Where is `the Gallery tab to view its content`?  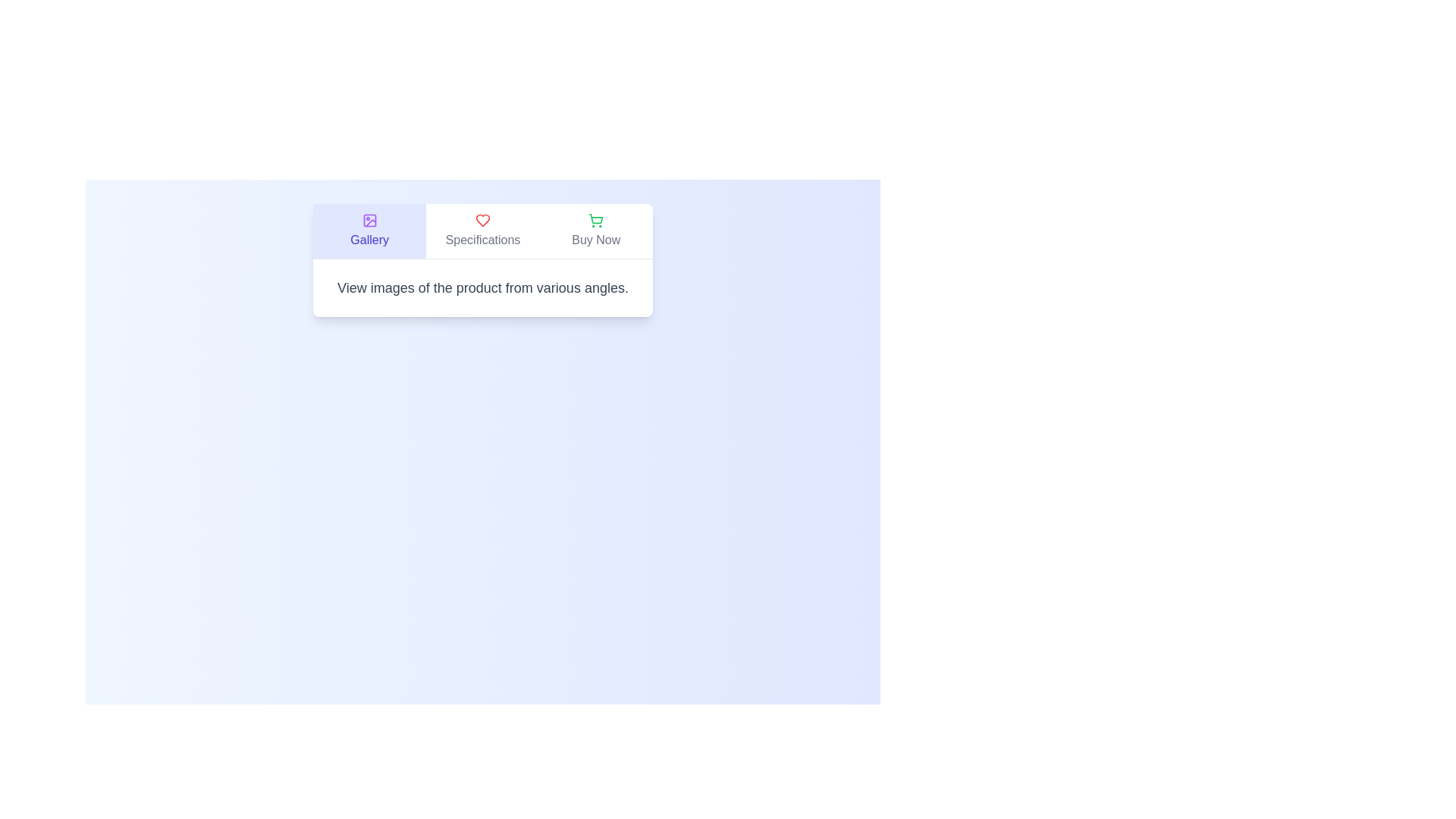
the Gallery tab to view its content is located at coordinates (369, 231).